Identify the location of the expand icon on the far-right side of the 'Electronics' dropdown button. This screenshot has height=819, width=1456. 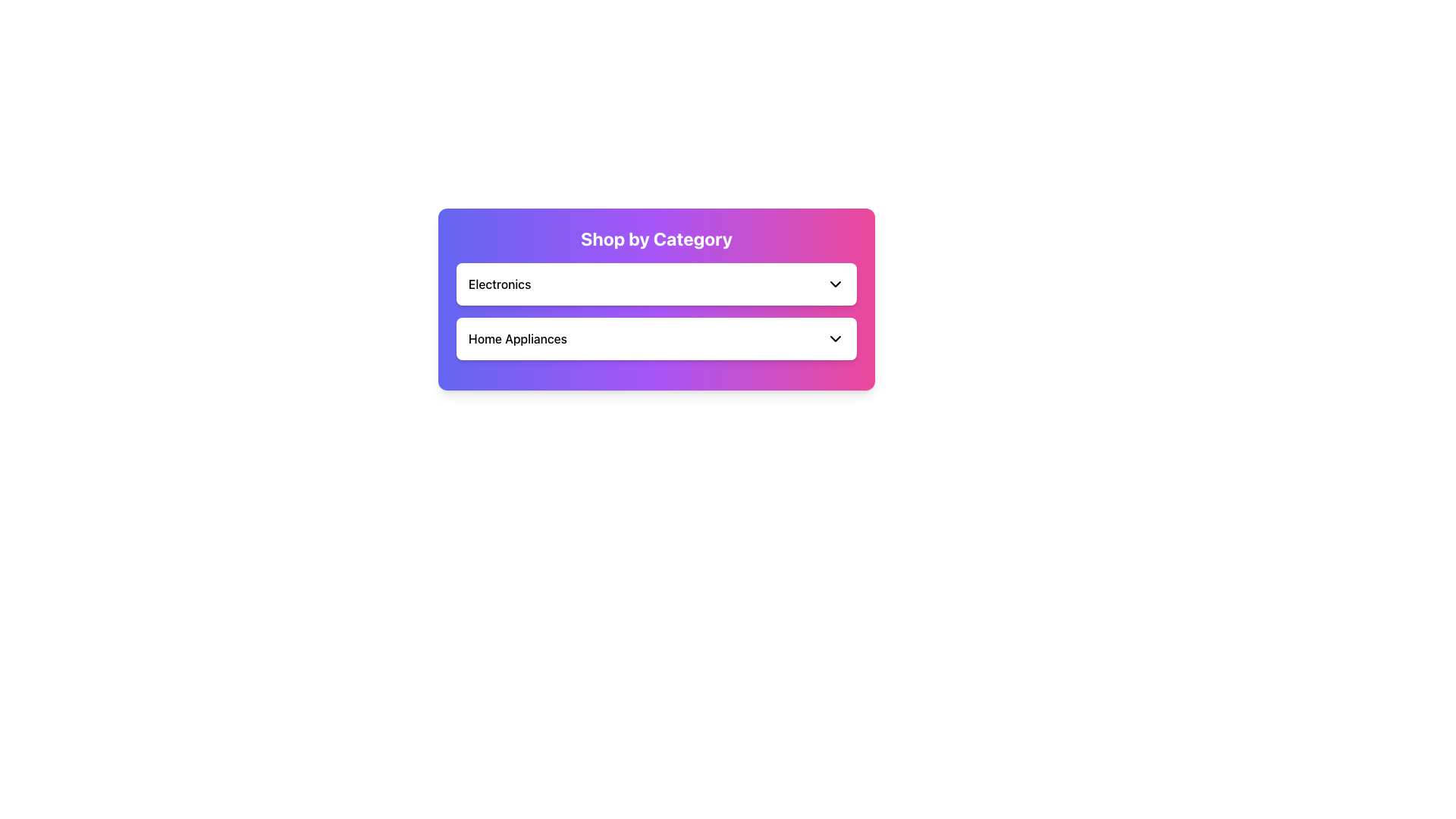
(835, 284).